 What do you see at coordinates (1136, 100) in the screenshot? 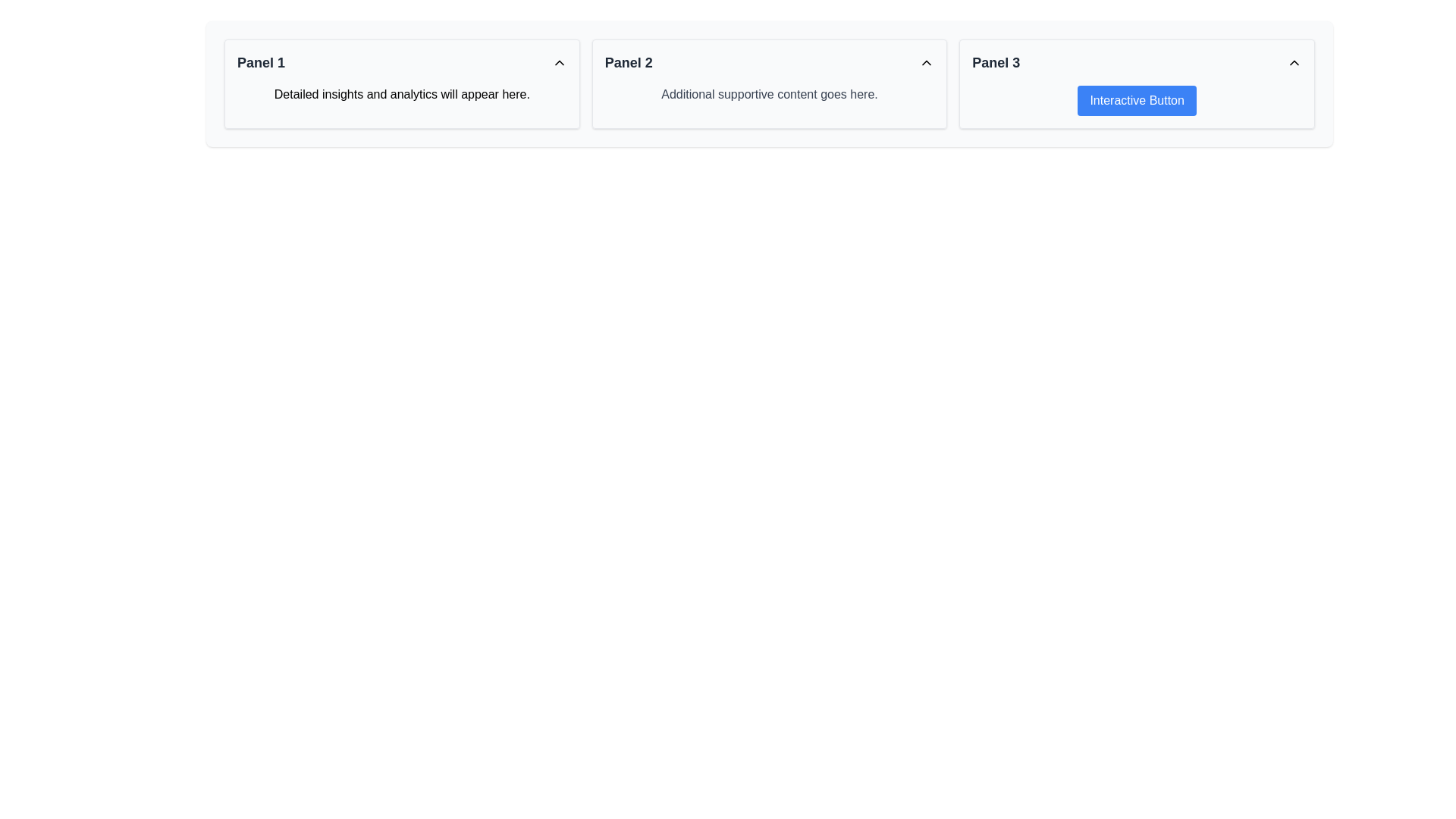
I see `the 'Interactive Button' located in Panel 3, which has a blue background and white text` at bounding box center [1136, 100].